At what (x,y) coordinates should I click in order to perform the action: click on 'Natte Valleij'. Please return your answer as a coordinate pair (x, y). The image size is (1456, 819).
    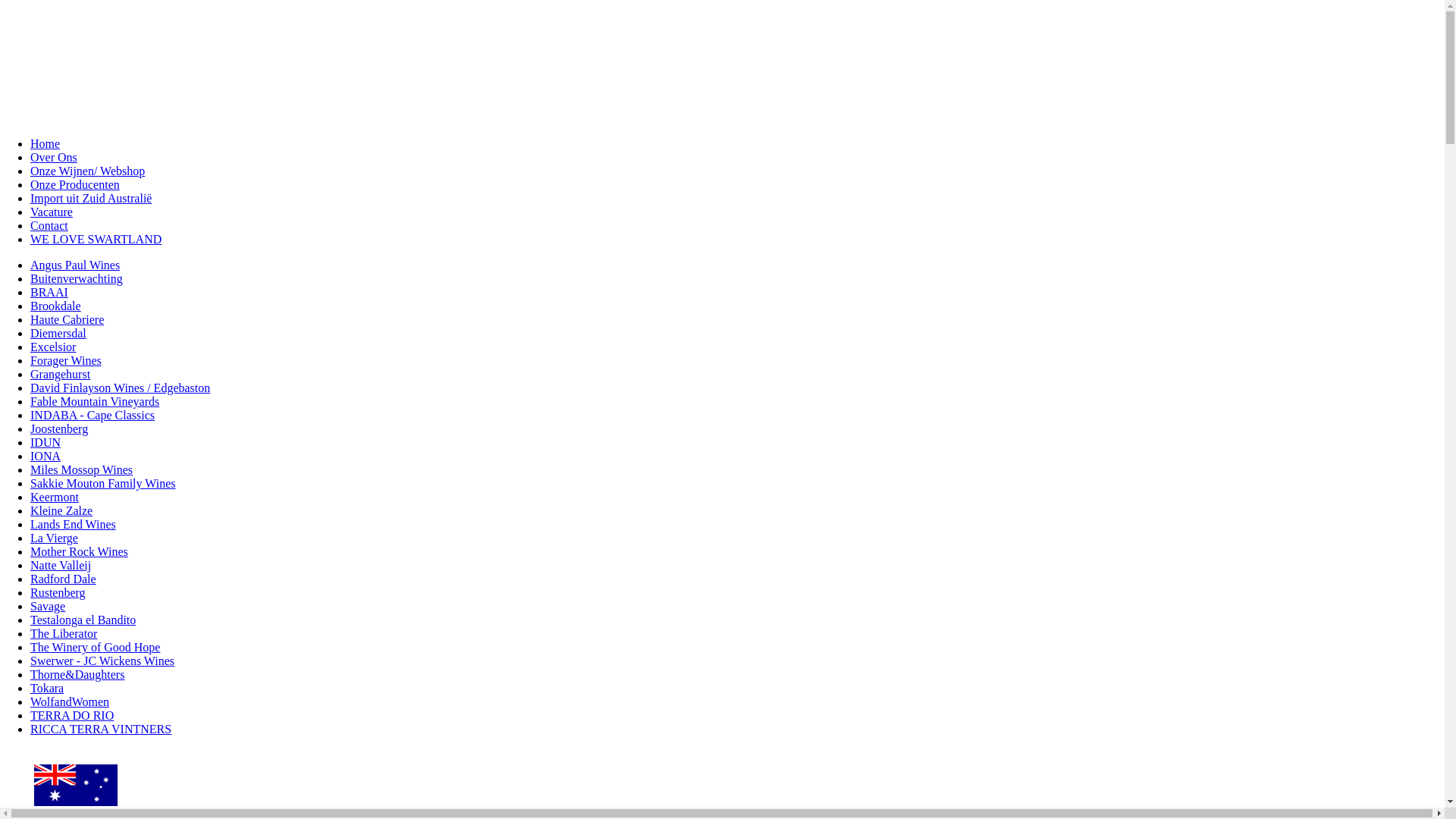
    Looking at the image, I should click on (61, 565).